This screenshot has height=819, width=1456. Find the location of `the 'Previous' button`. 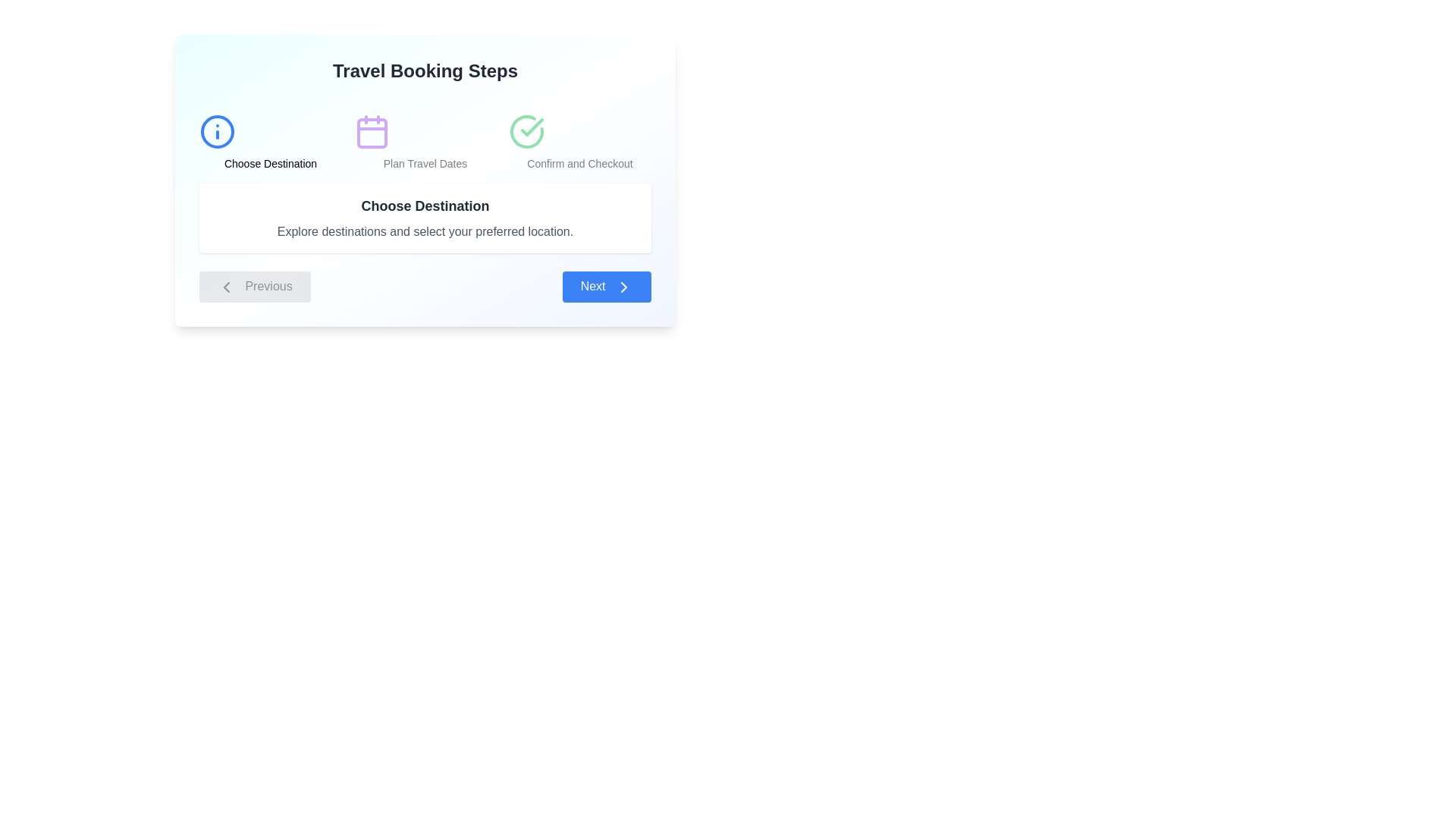

the 'Previous' button is located at coordinates (255, 287).